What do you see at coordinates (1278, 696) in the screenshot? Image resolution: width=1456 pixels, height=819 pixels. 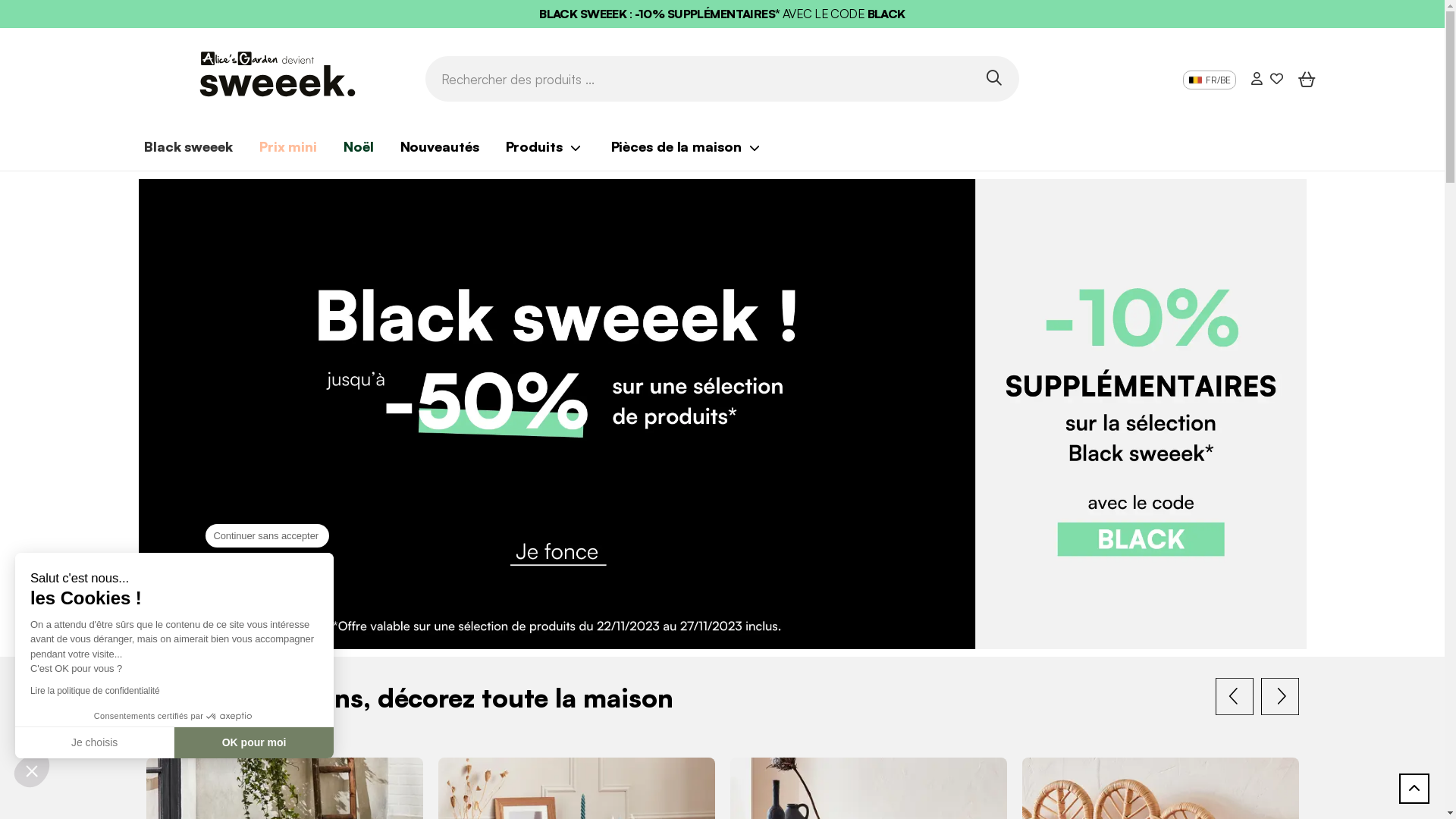 I see `'Next'` at bounding box center [1278, 696].